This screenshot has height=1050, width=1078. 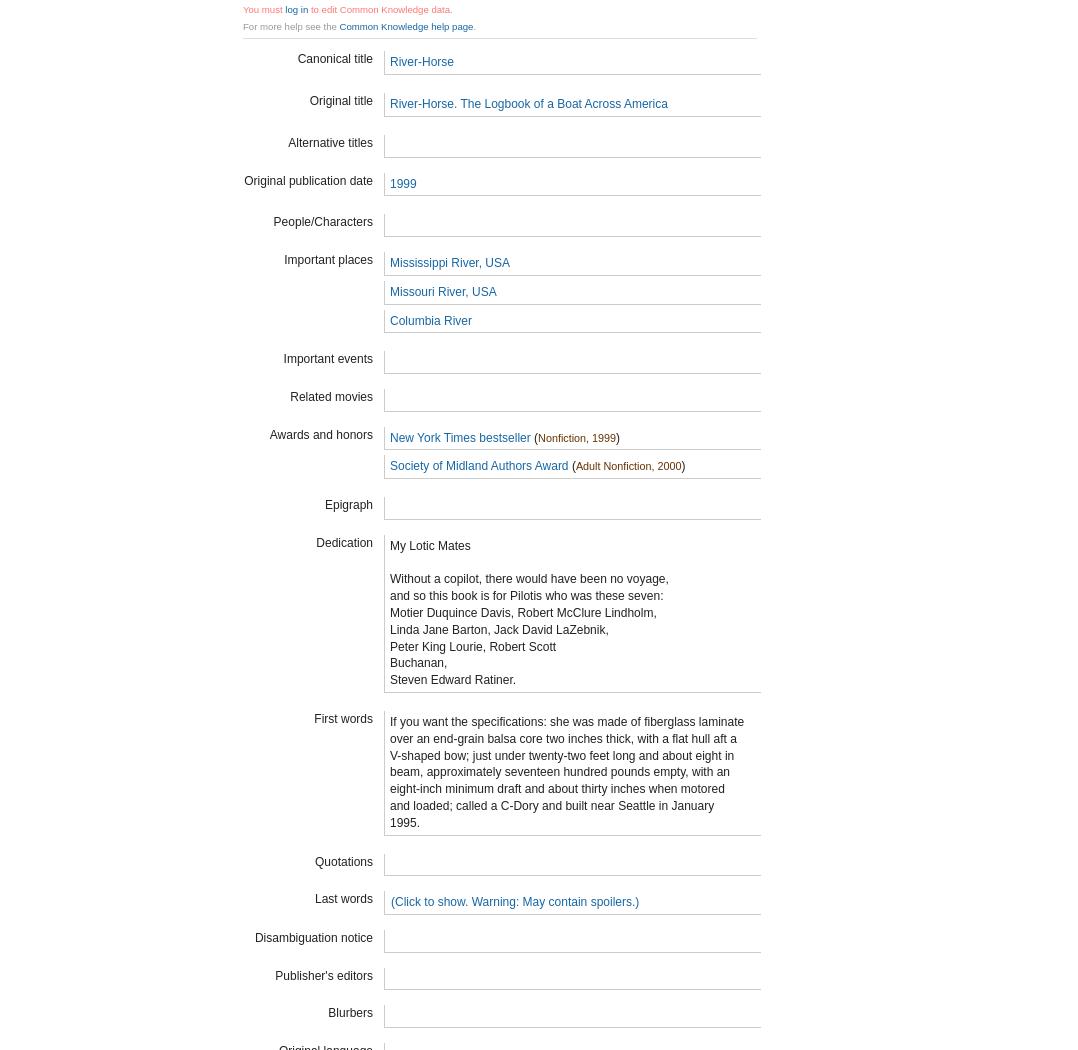 What do you see at coordinates (339, 101) in the screenshot?
I see `'Original title'` at bounding box center [339, 101].